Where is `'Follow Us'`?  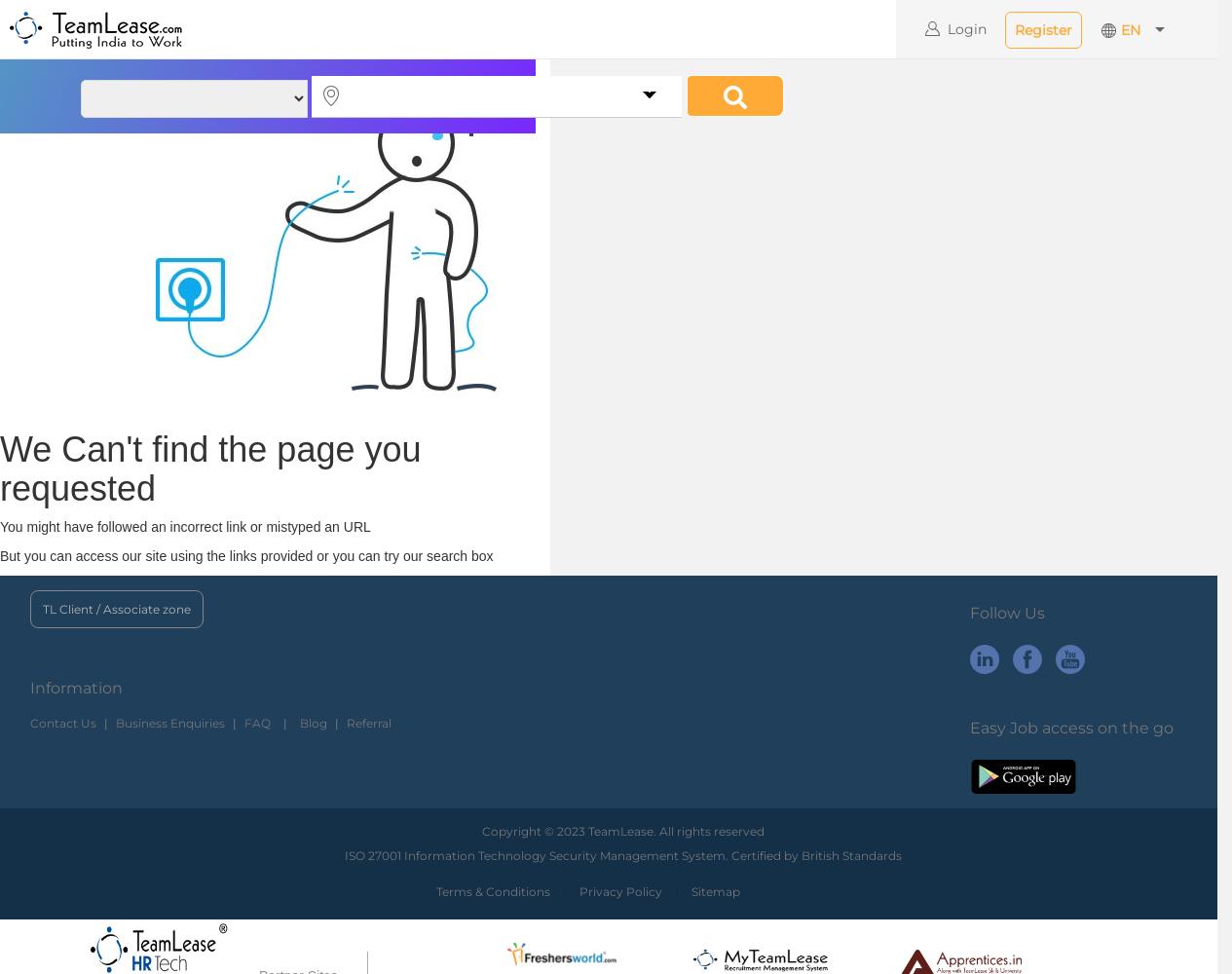
'Follow Us' is located at coordinates (1006, 613).